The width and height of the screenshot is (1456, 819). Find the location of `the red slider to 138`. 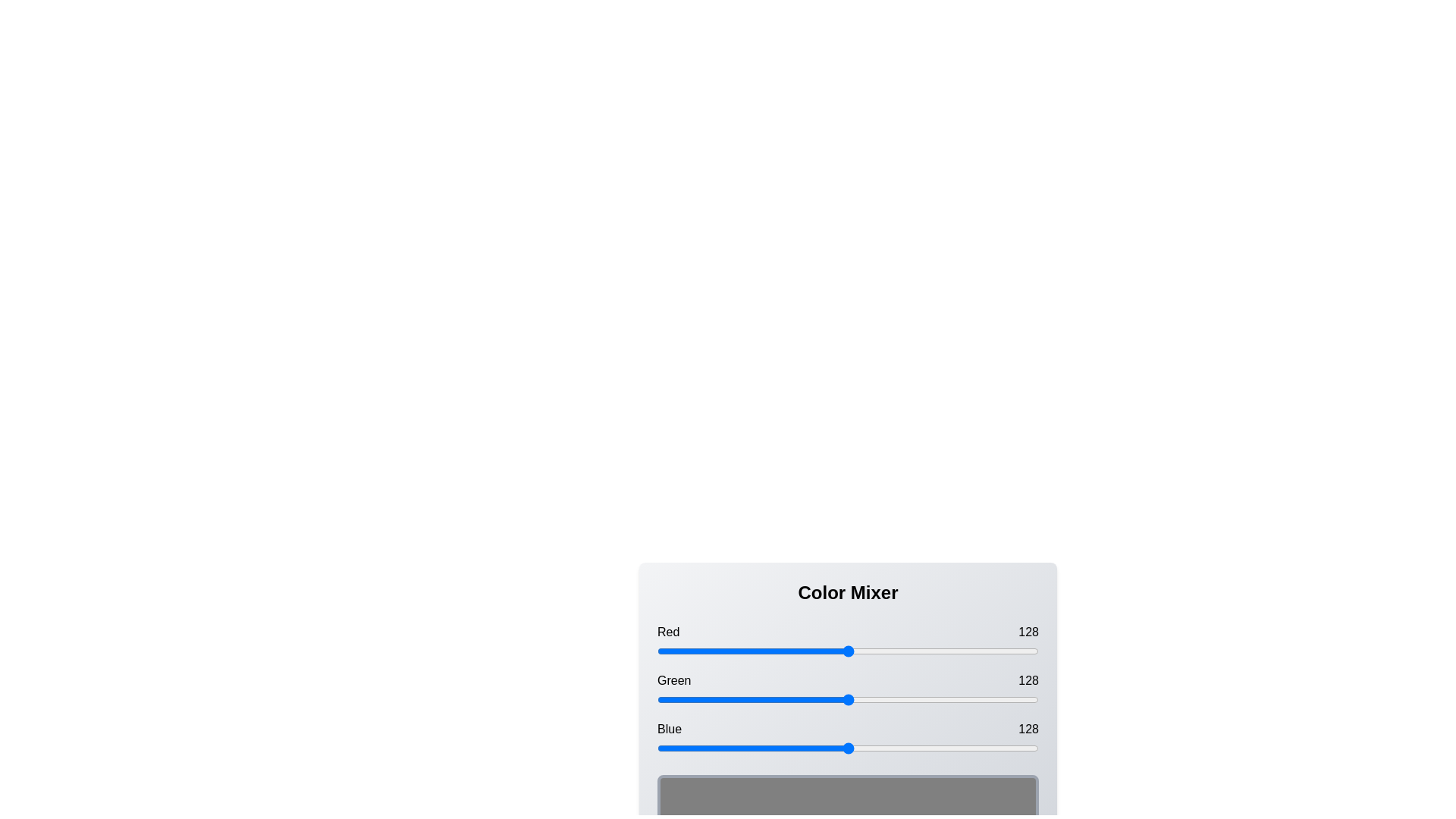

the red slider to 138 is located at coordinates (864, 651).